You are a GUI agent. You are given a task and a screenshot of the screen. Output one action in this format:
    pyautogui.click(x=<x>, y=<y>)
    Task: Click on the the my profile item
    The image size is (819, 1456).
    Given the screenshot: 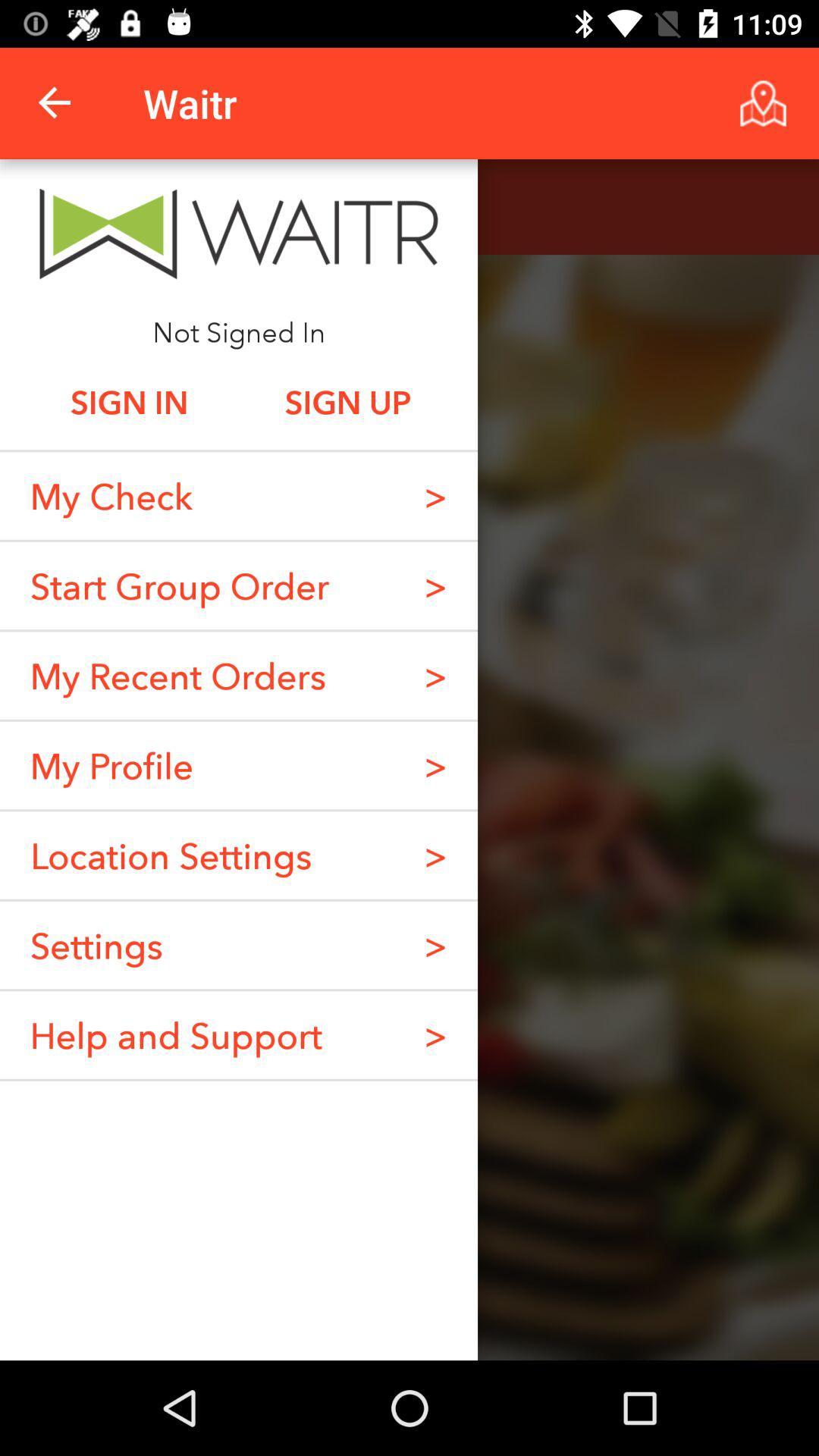 What is the action you would take?
    pyautogui.click(x=111, y=765)
    